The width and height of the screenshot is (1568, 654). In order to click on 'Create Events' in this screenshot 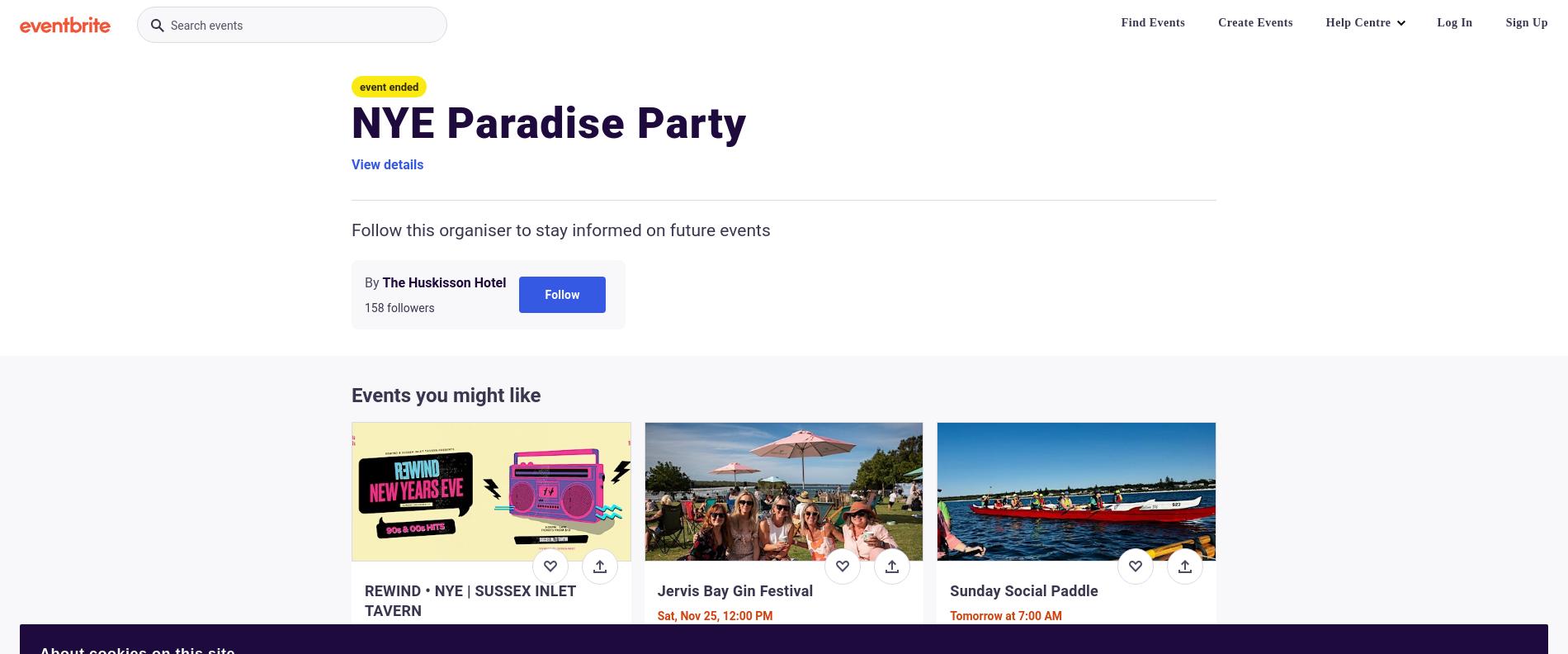, I will do `click(1217, 21)`.